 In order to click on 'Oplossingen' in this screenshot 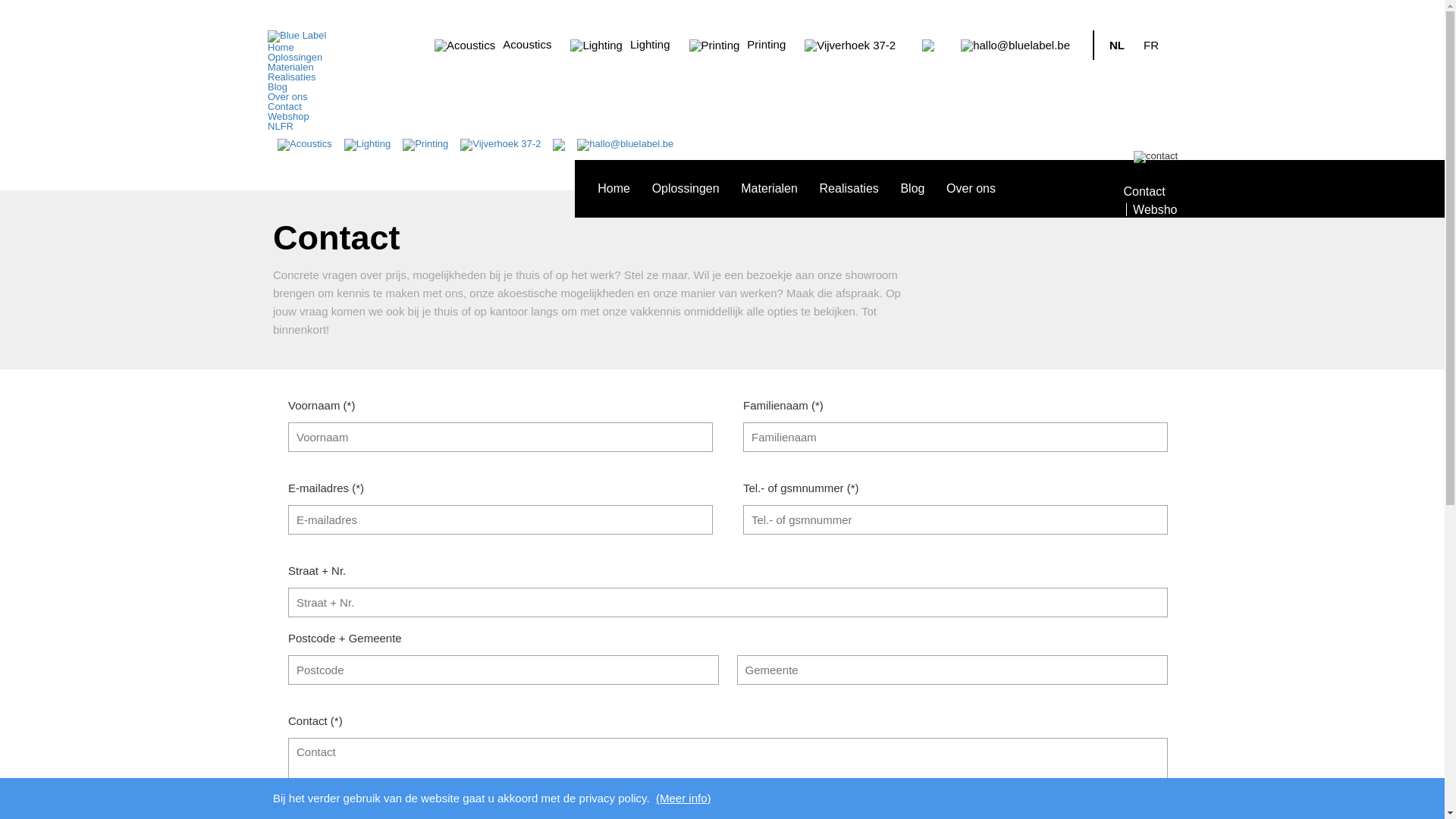, I will do `click(294, 56)`.